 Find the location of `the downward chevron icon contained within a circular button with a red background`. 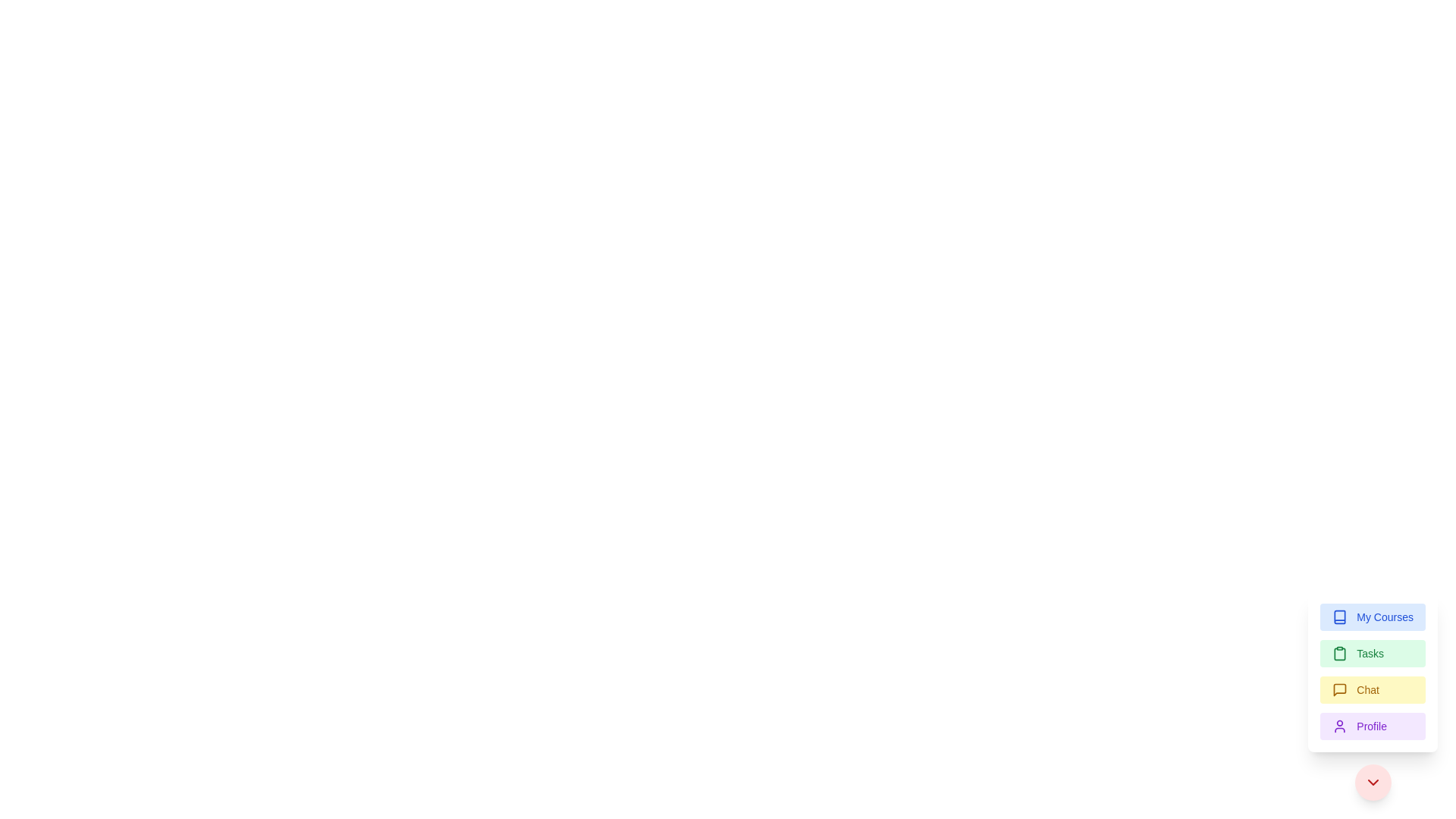

the downward chevron icon contained within a circular button with a red background is located at coordinates (1373, 783).